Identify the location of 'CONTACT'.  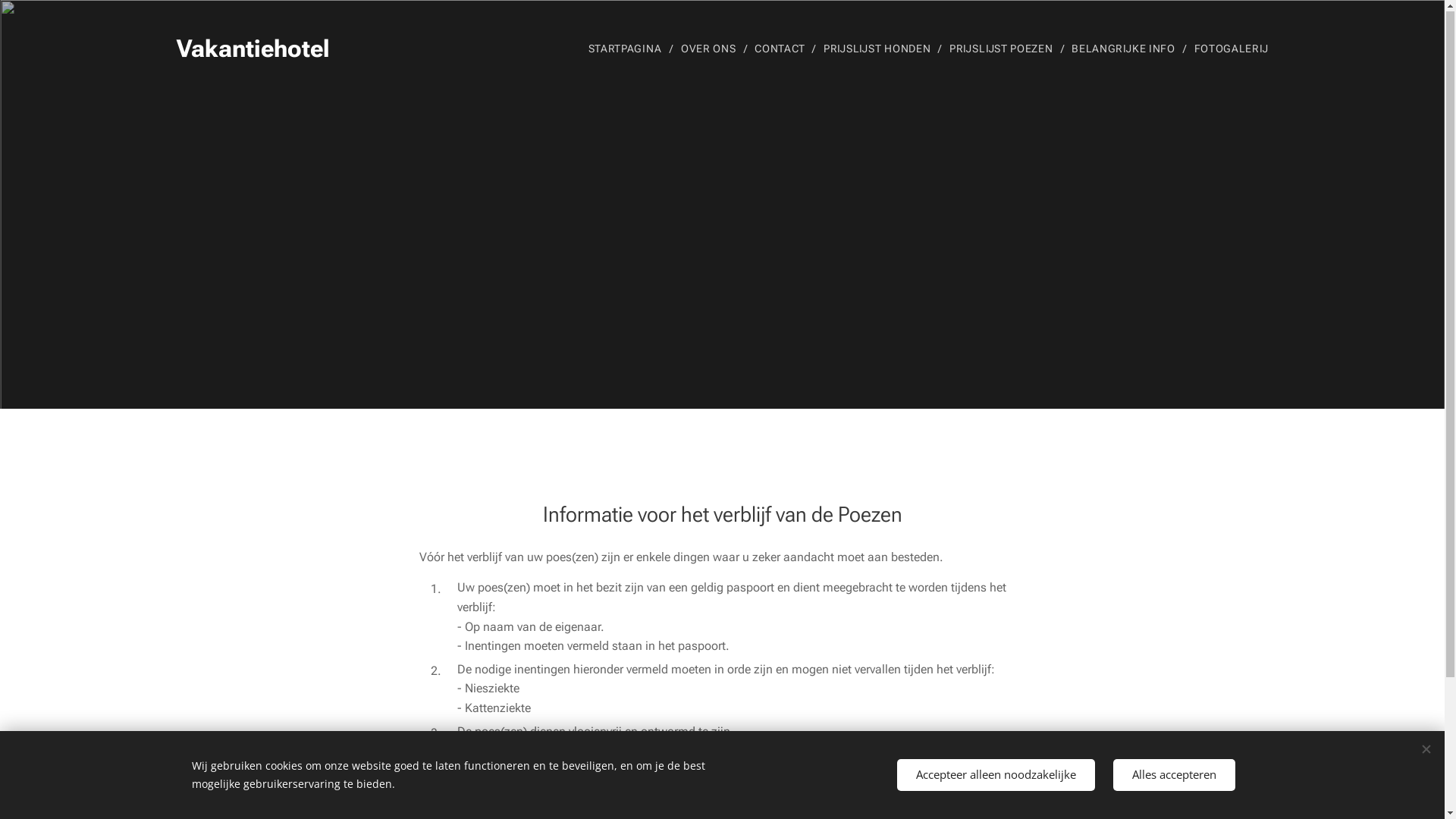
(781, 49).